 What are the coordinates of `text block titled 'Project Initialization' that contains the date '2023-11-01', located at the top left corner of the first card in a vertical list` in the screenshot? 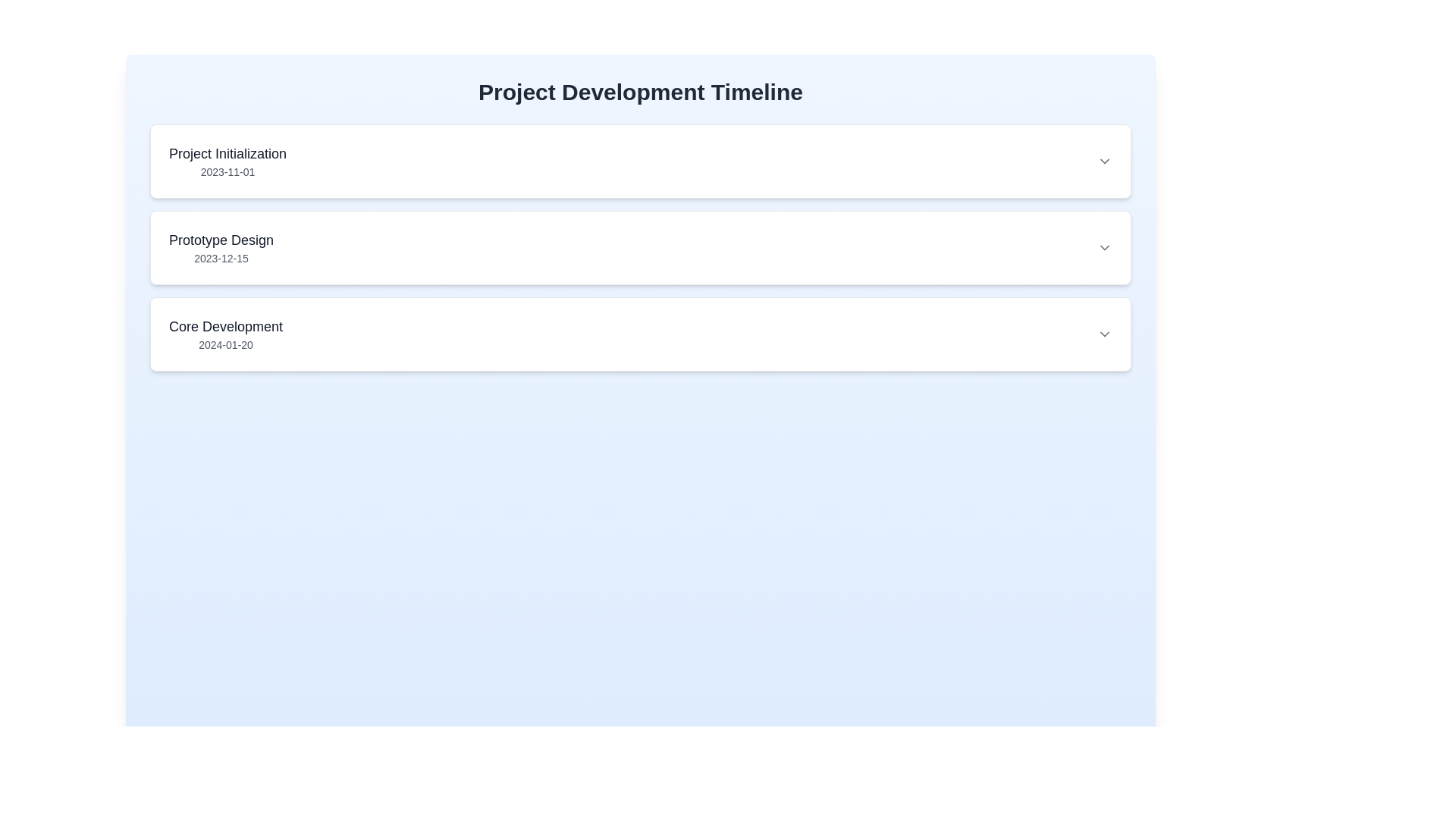 It's located at (227, 161).